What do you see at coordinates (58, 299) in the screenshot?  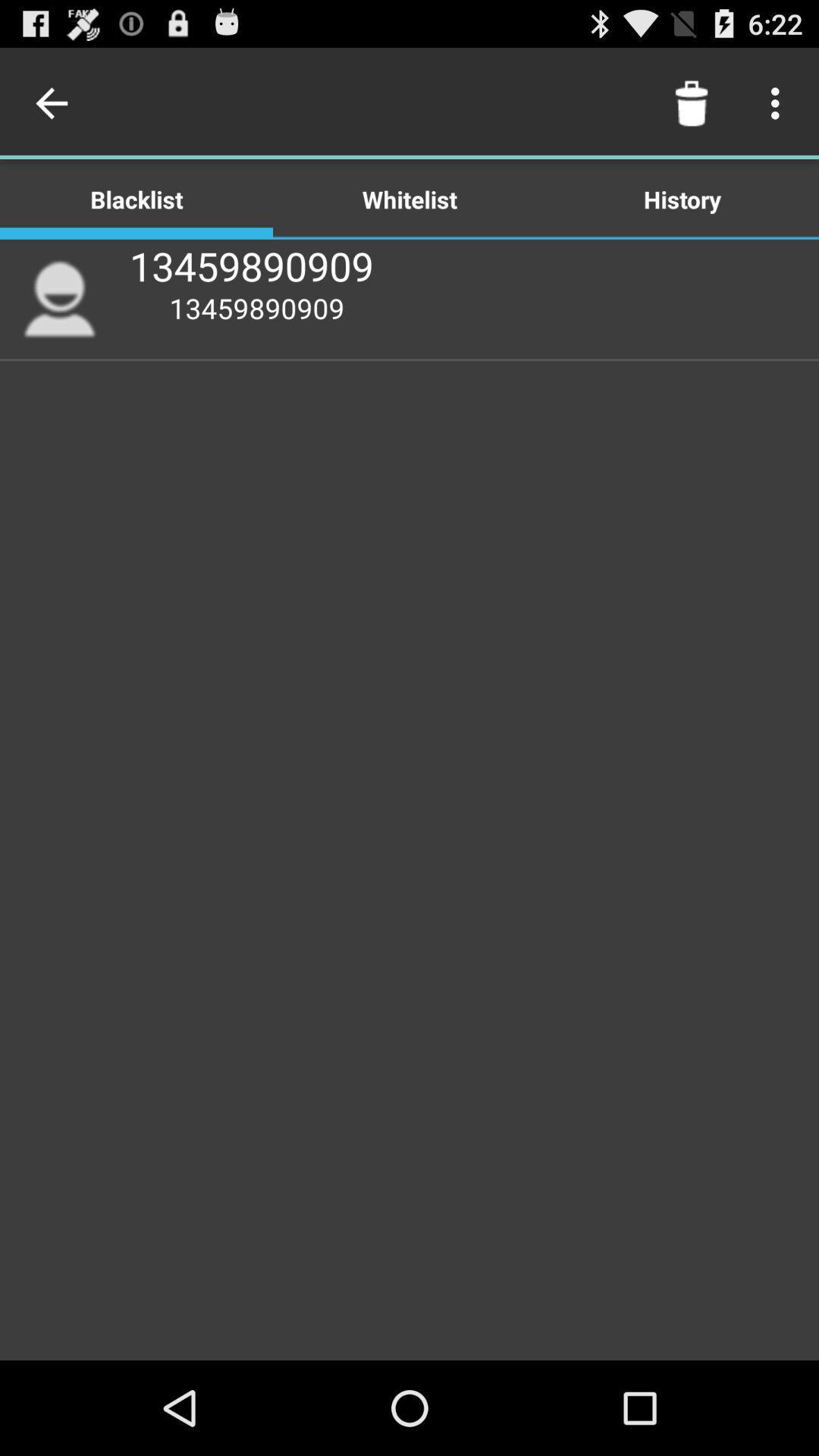 I see `item below the blacklist item` at bounding box center [58, 299].